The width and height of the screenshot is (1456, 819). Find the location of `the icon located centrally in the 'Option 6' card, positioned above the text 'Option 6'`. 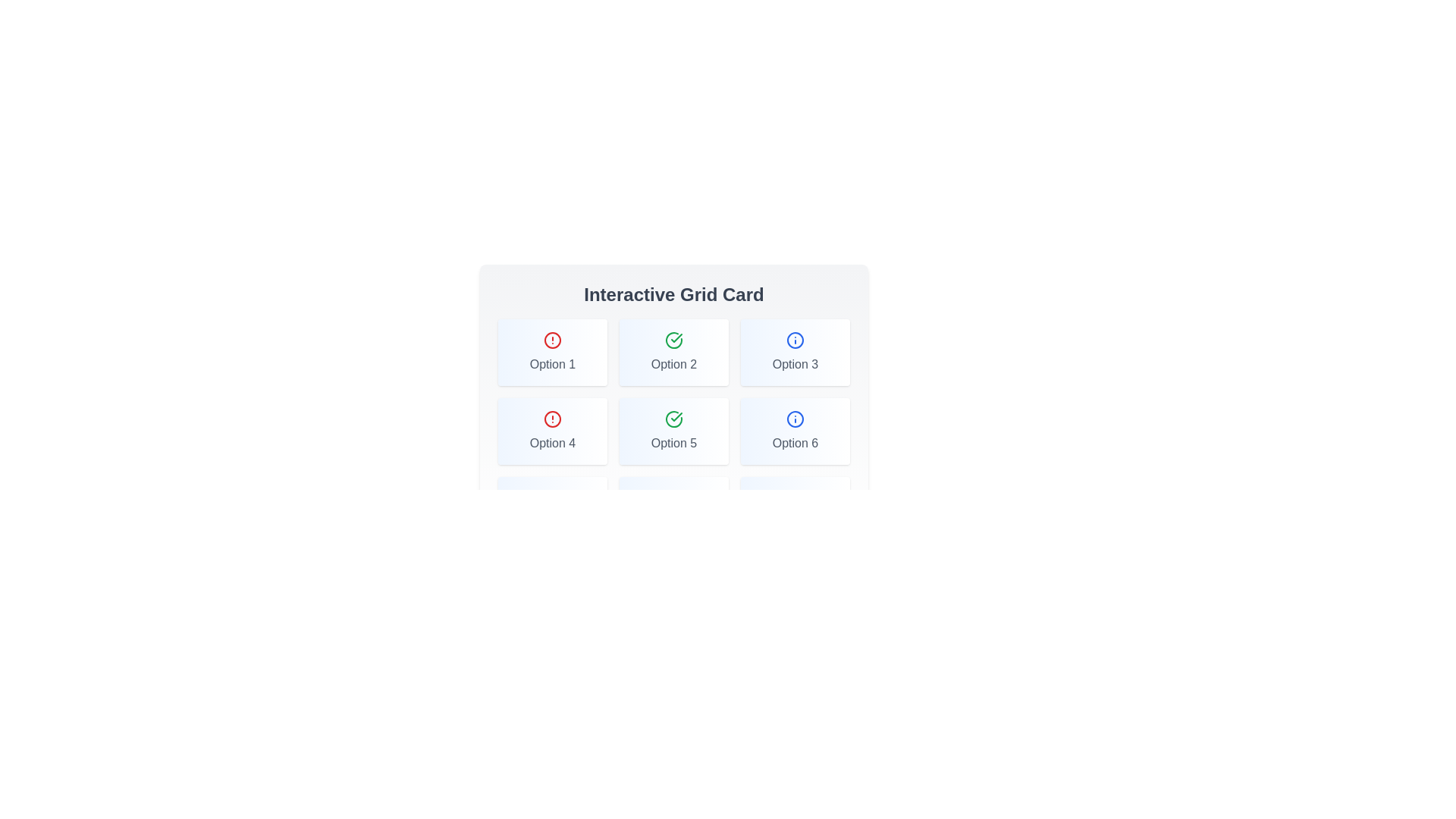

the icon located centrally in the 'Option 6' card, positioned above the text 'Option 6' is located at coordinates (795, 419).